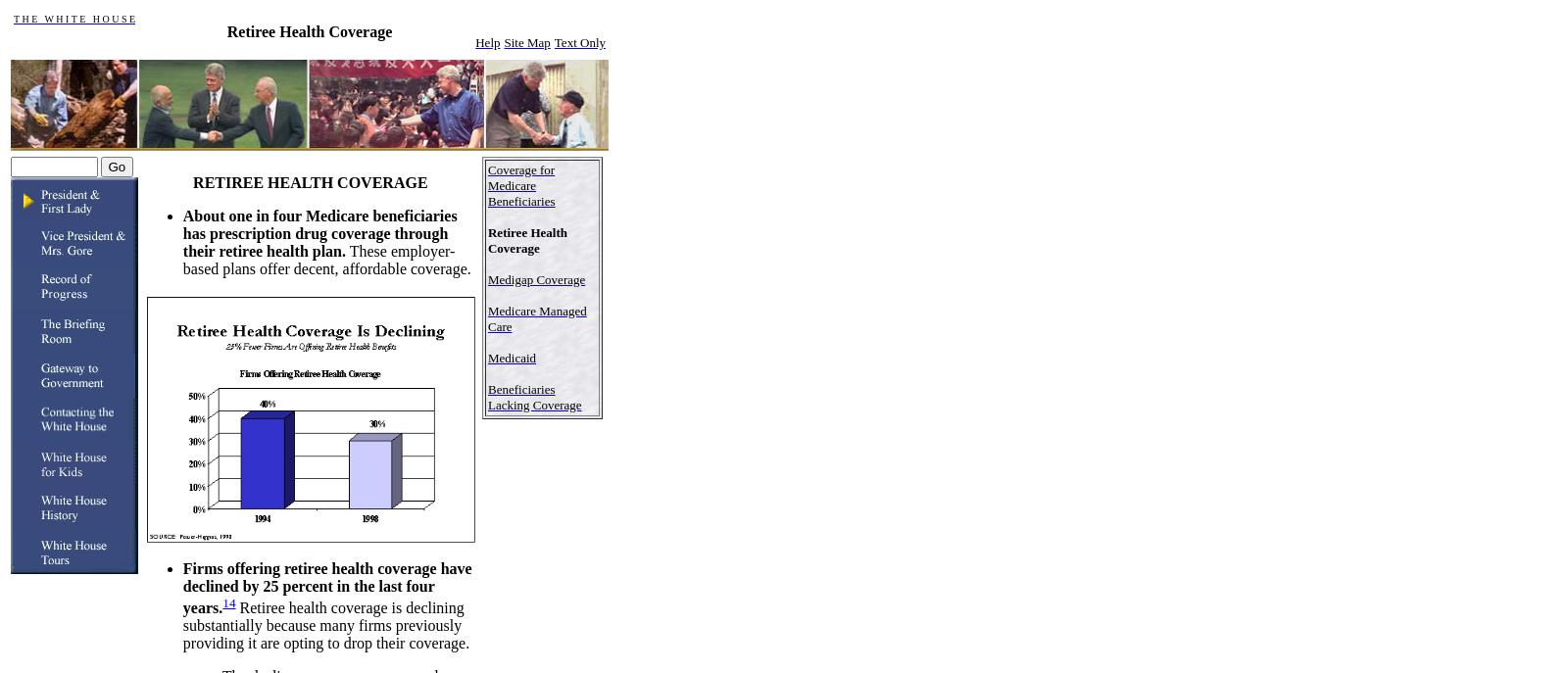  What do you see at coordinates (519, 184) in the screenshot?
I see `'Coverage for Medicare Beneficiaries'` at bounding box center [519, 184].